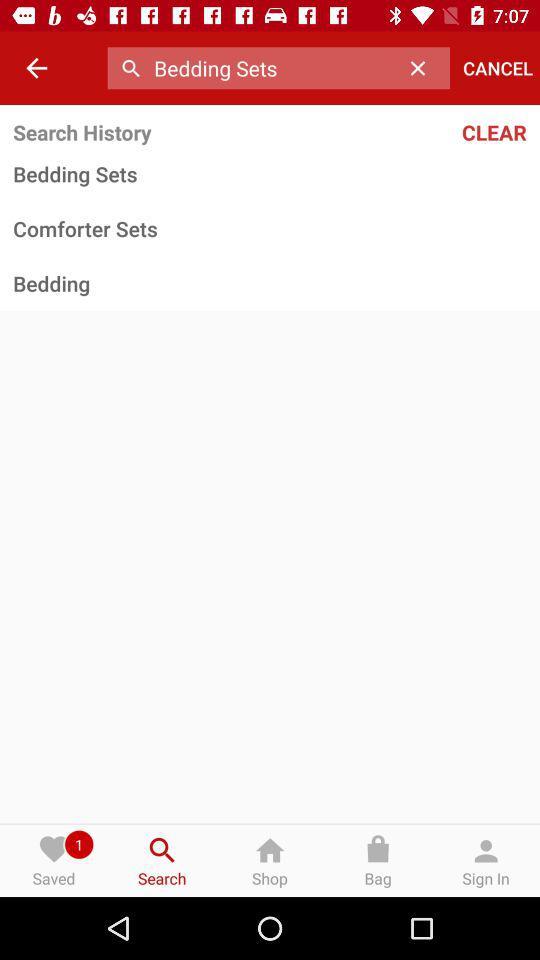  I want to click on the item above the bedding sets, so click(449, 131).